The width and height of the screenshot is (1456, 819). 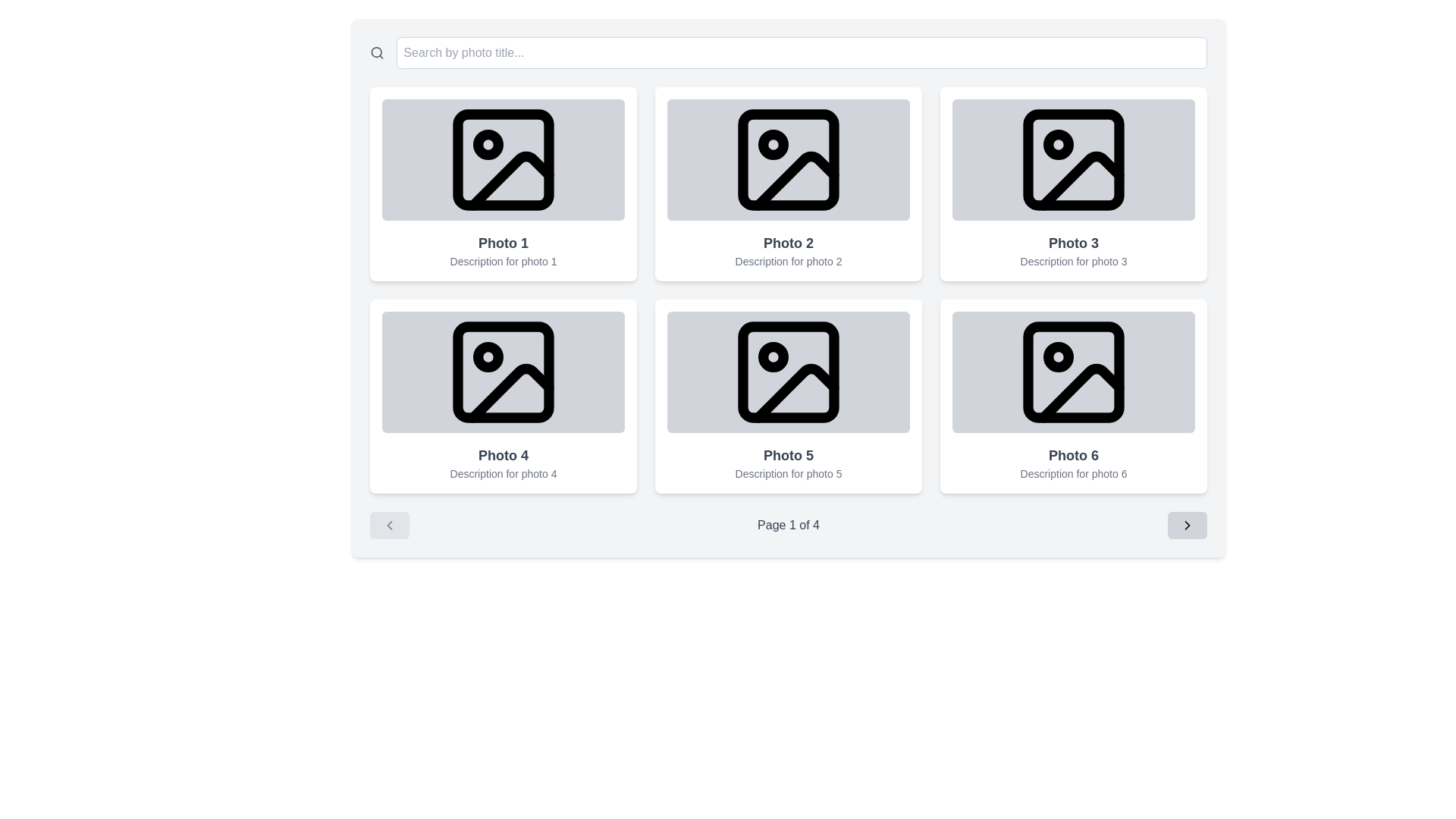 I want to click on the Text label that serves as the title for the content card associated with 'Photo 1', located in the top-left card of the grid layout, so click(x=503, y=242).